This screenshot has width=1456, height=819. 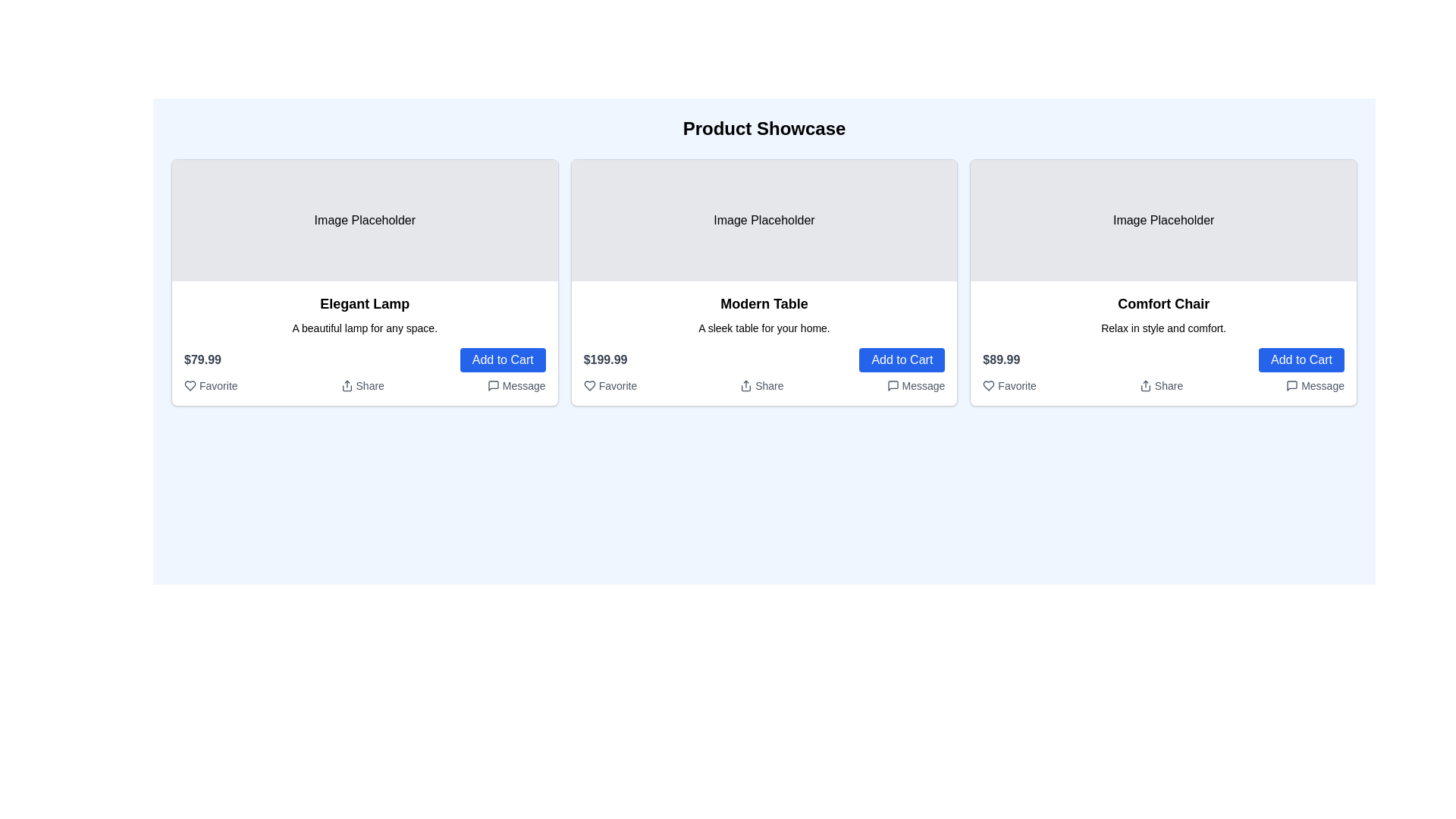 What do you see at coordinates (764, 220) in the screenshot?
I see `the image placeholder located at the top of the center card, directly above the title 'Modern Table'` at bounding box center [764, 220].